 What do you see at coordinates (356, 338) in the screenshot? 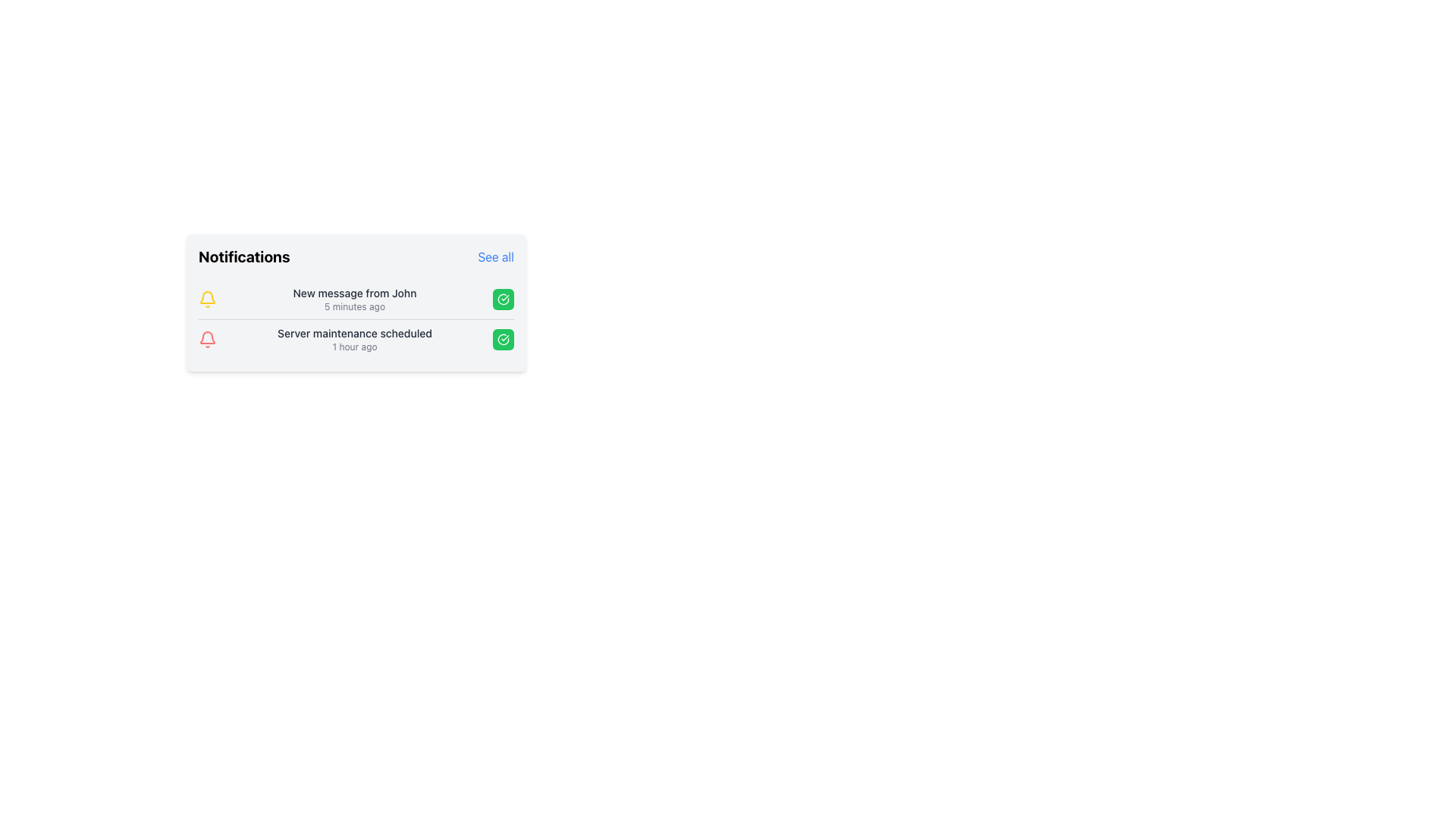
I see `the green checkmark icon on the notification titled 'Server maintenance scheduled' to mark it as read` at bounding box center [356, 338].